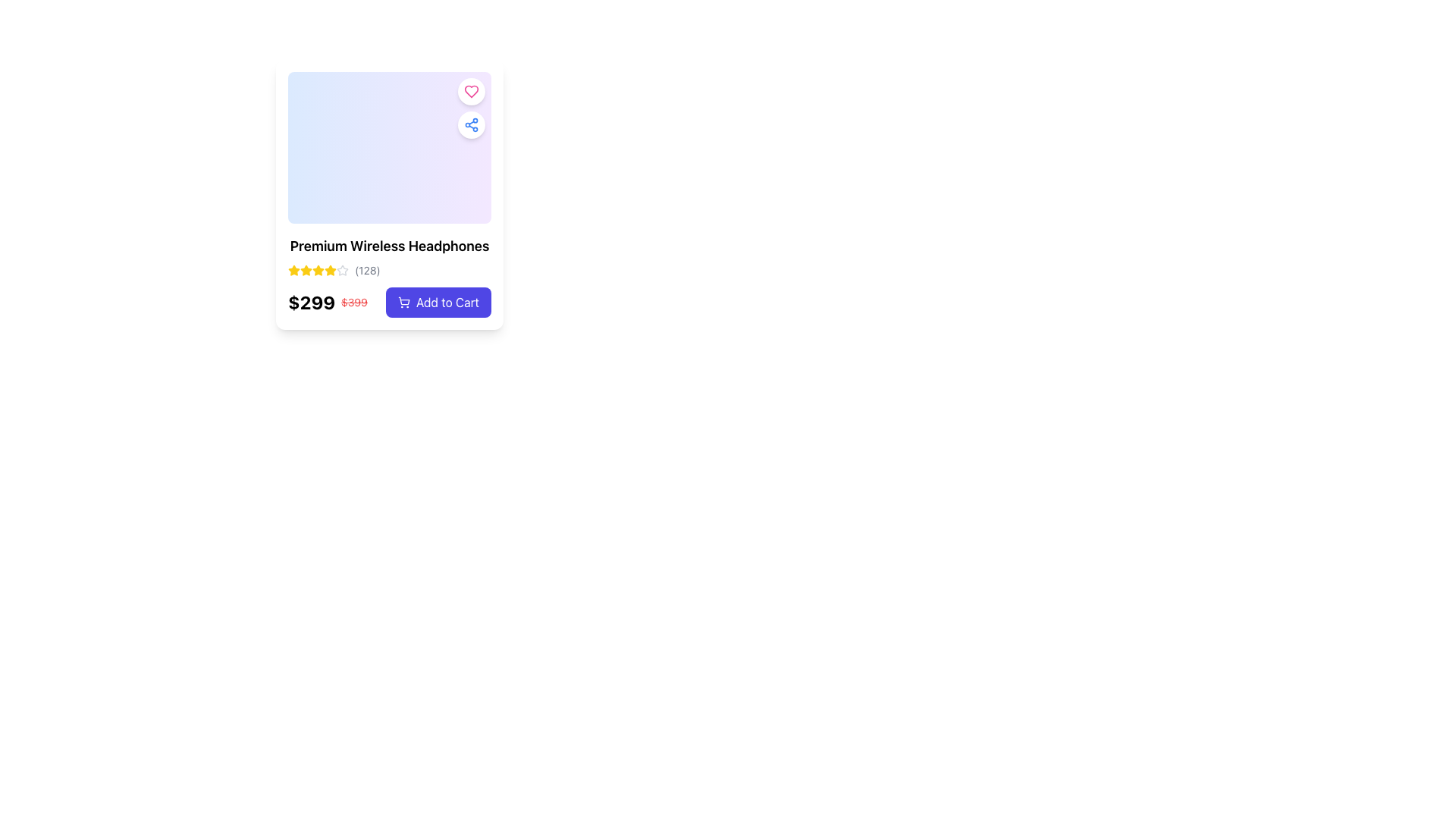 The width and height of the screenshot is (1456, 819). What do you see at coordinates (294, 269) in the screenshot?
I see `the second star icon in the 5-star rating system, which is yellow with a gradient and located beneath the product title` at bounding box center [294, 269].